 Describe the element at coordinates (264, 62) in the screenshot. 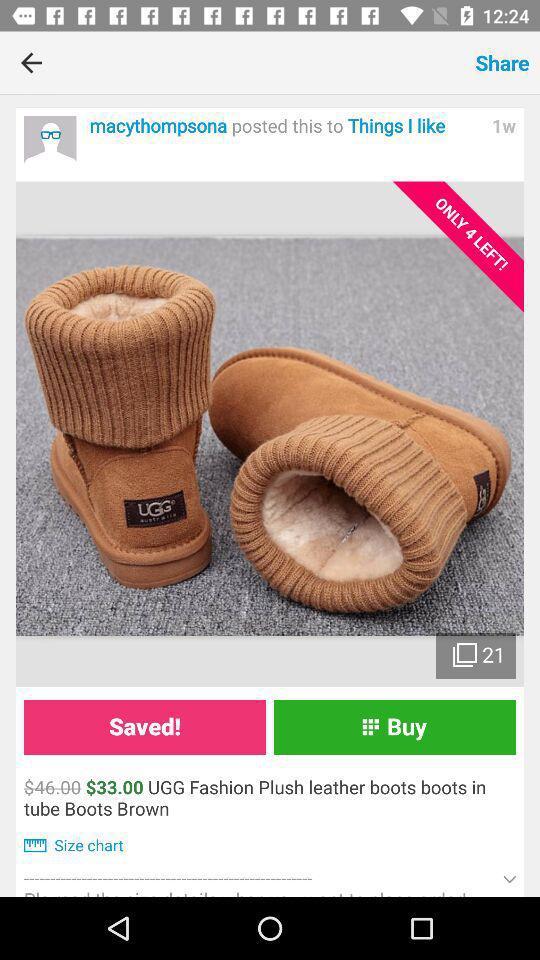

I see `the item to the left of the share icon` at that location.